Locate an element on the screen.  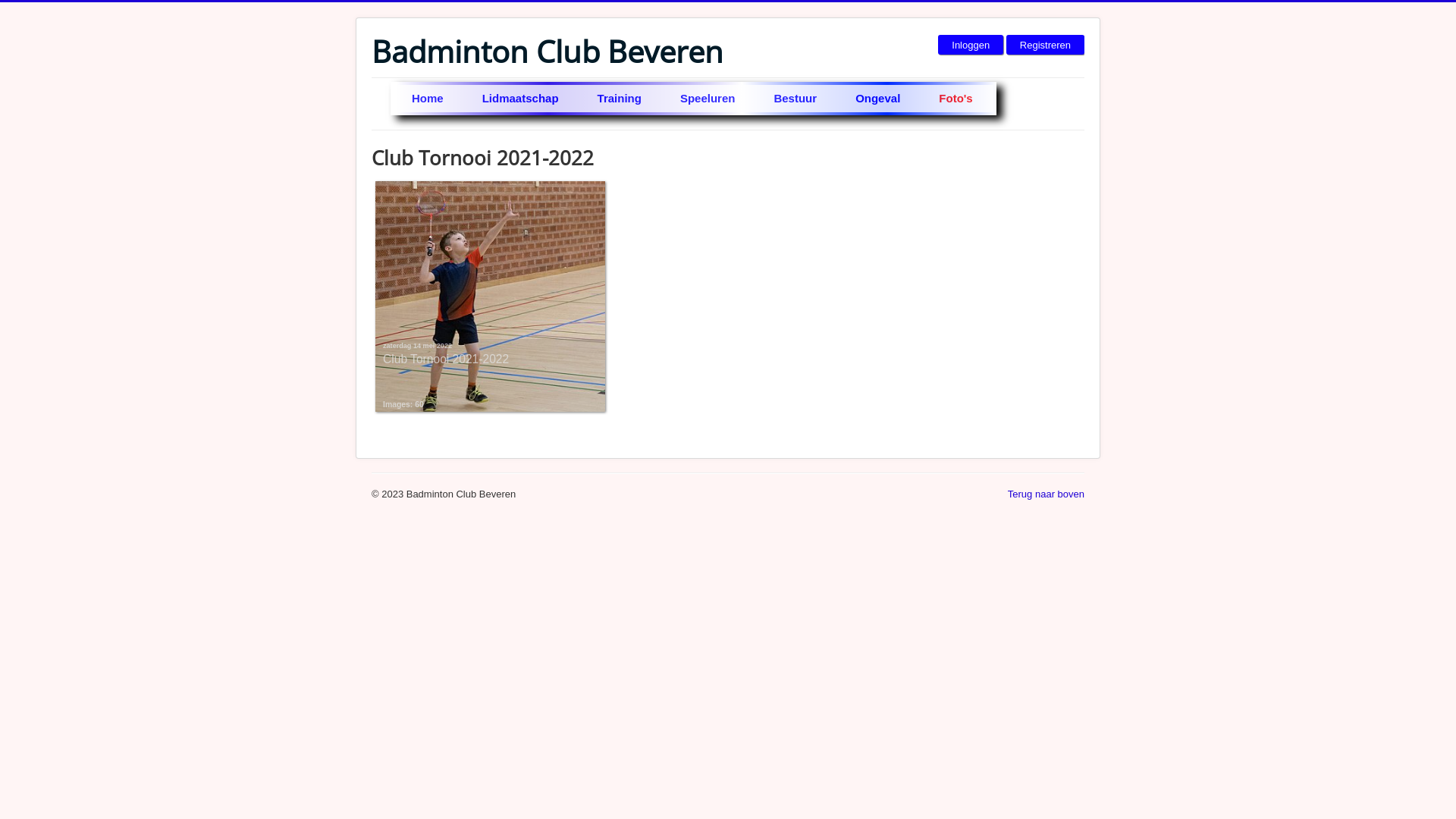
'Training' is located at coordinates (620, 99).